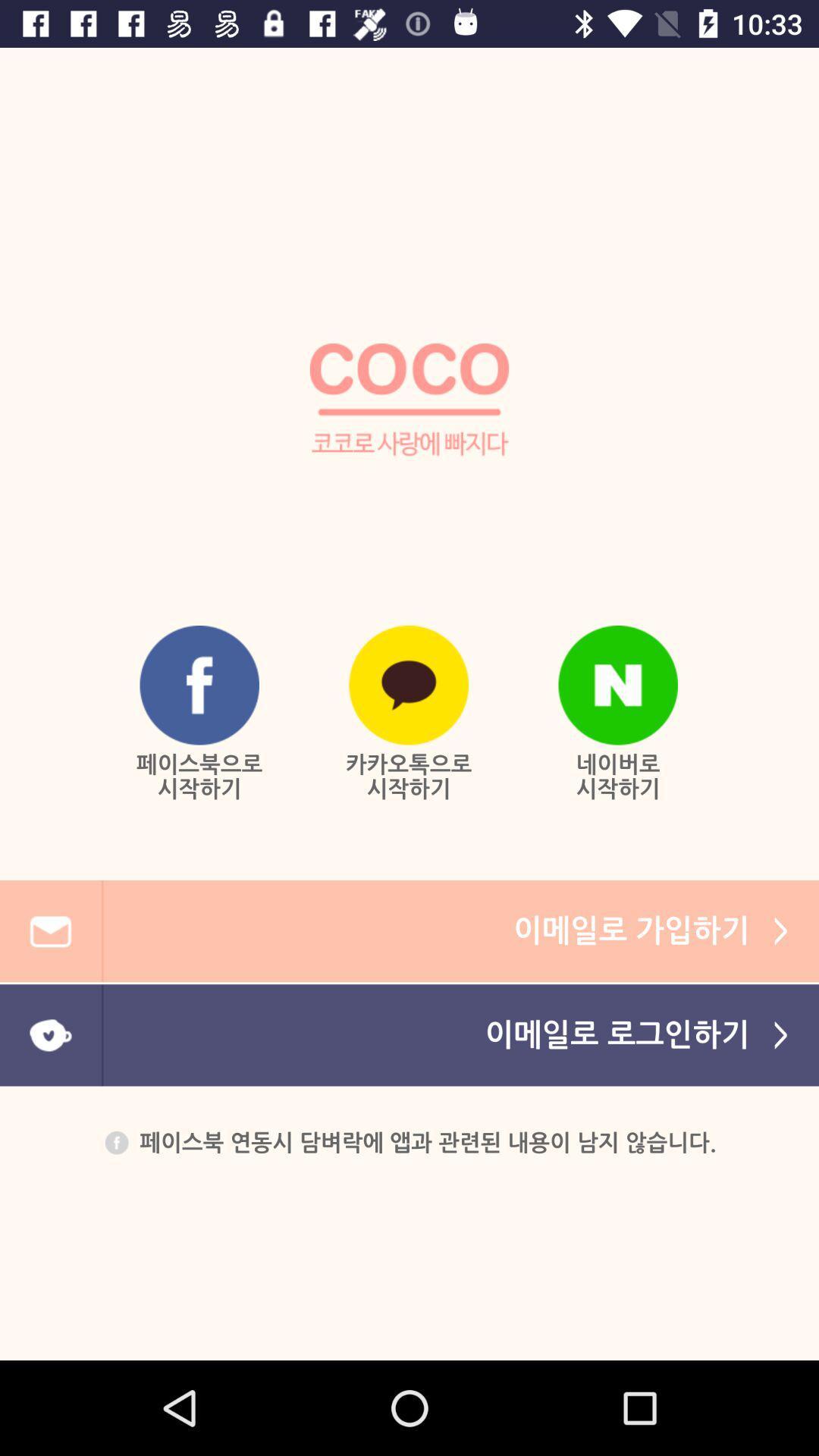 This screenshot has height=1456, width=819. What do you see at coordinates (408, 684) in the screenshot?
I see `the bottom middle logo` at bounding box center [408, 684].